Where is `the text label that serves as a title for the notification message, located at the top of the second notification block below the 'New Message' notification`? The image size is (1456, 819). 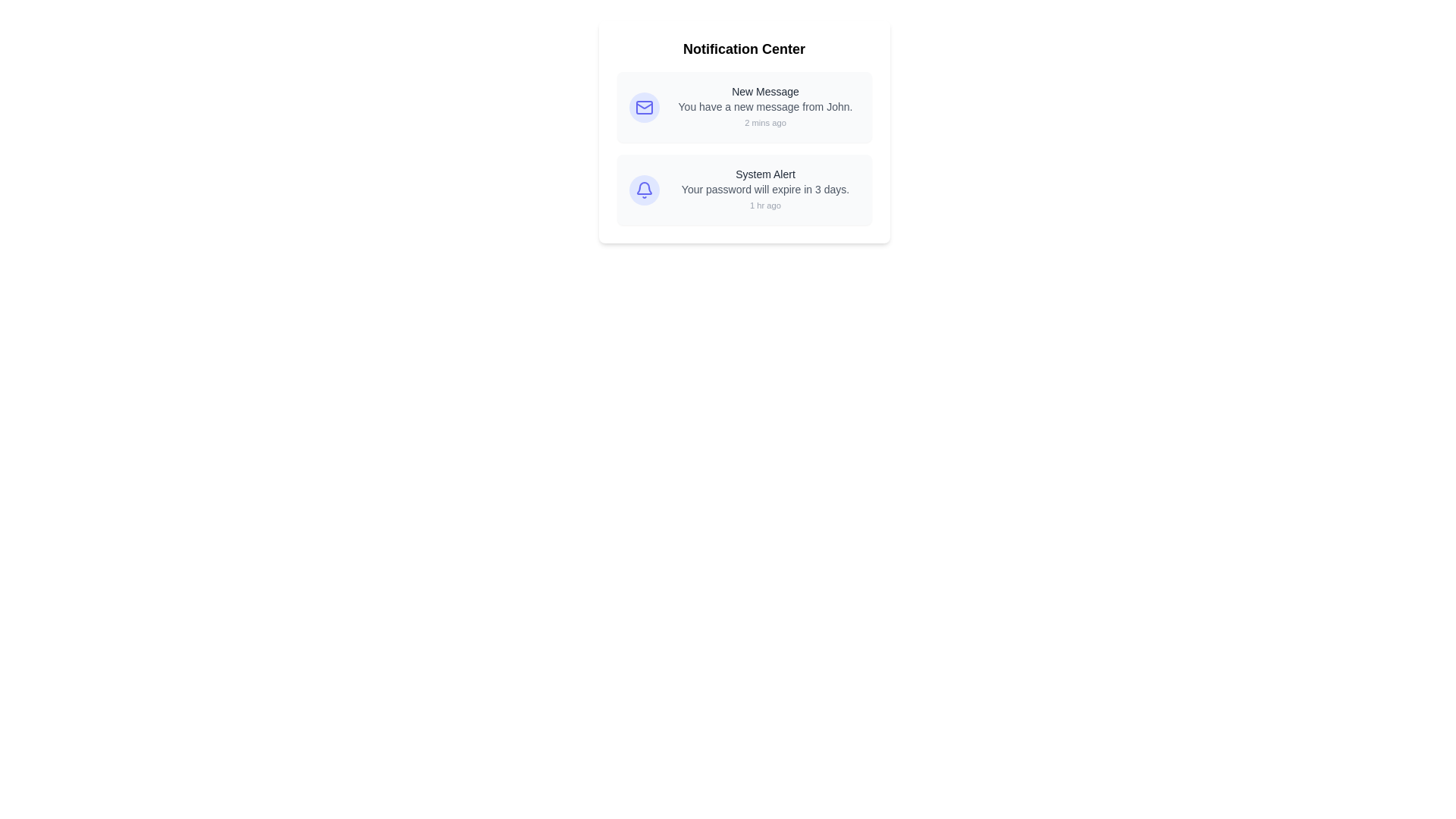 the text label that serves as a title for the notification message, located at the top of the second notification block below the 'New Message' notification is located at coordinates (765, 174).